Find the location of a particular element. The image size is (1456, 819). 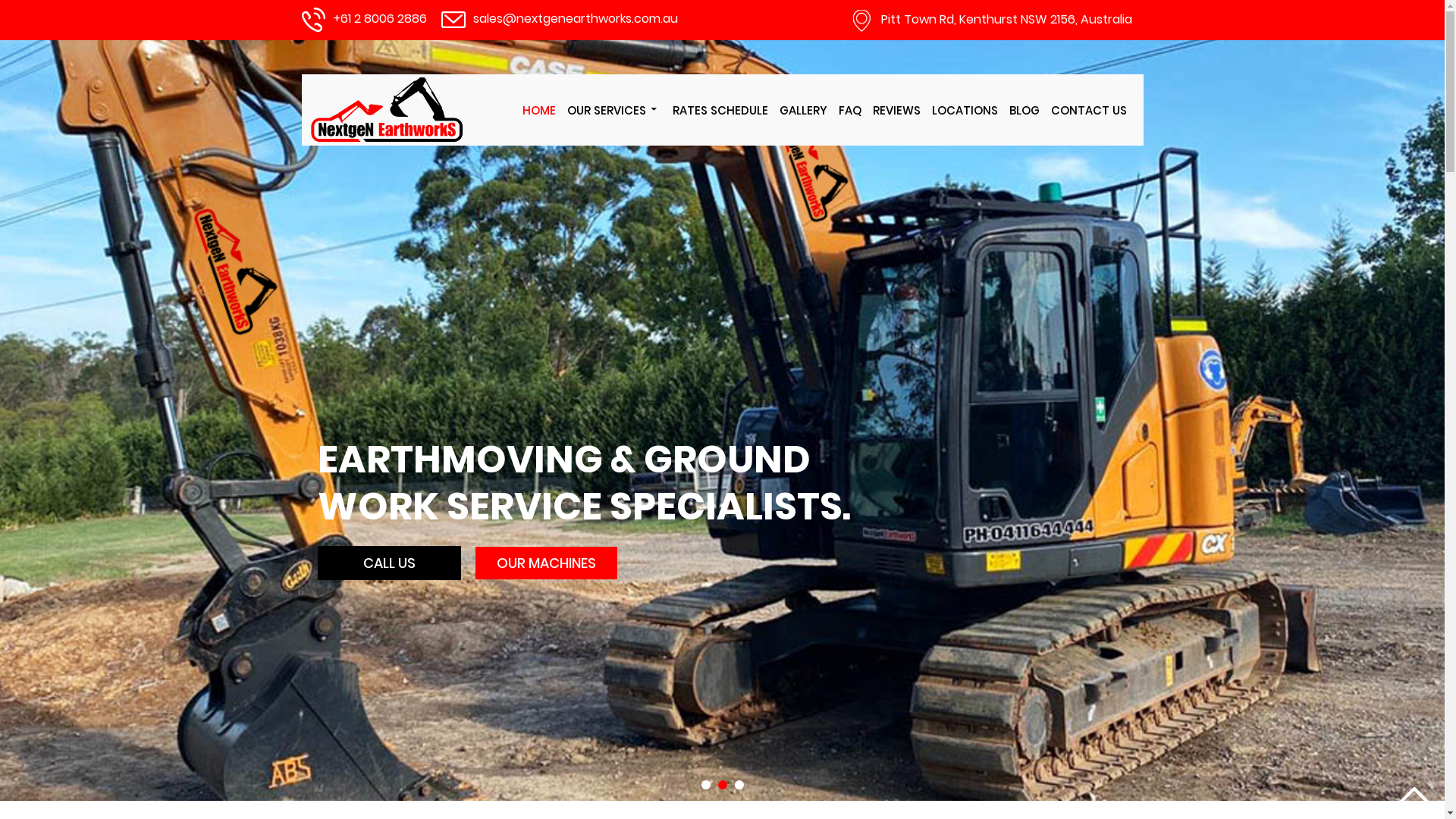

'GALLERY' is located at coordinates (802, 109).